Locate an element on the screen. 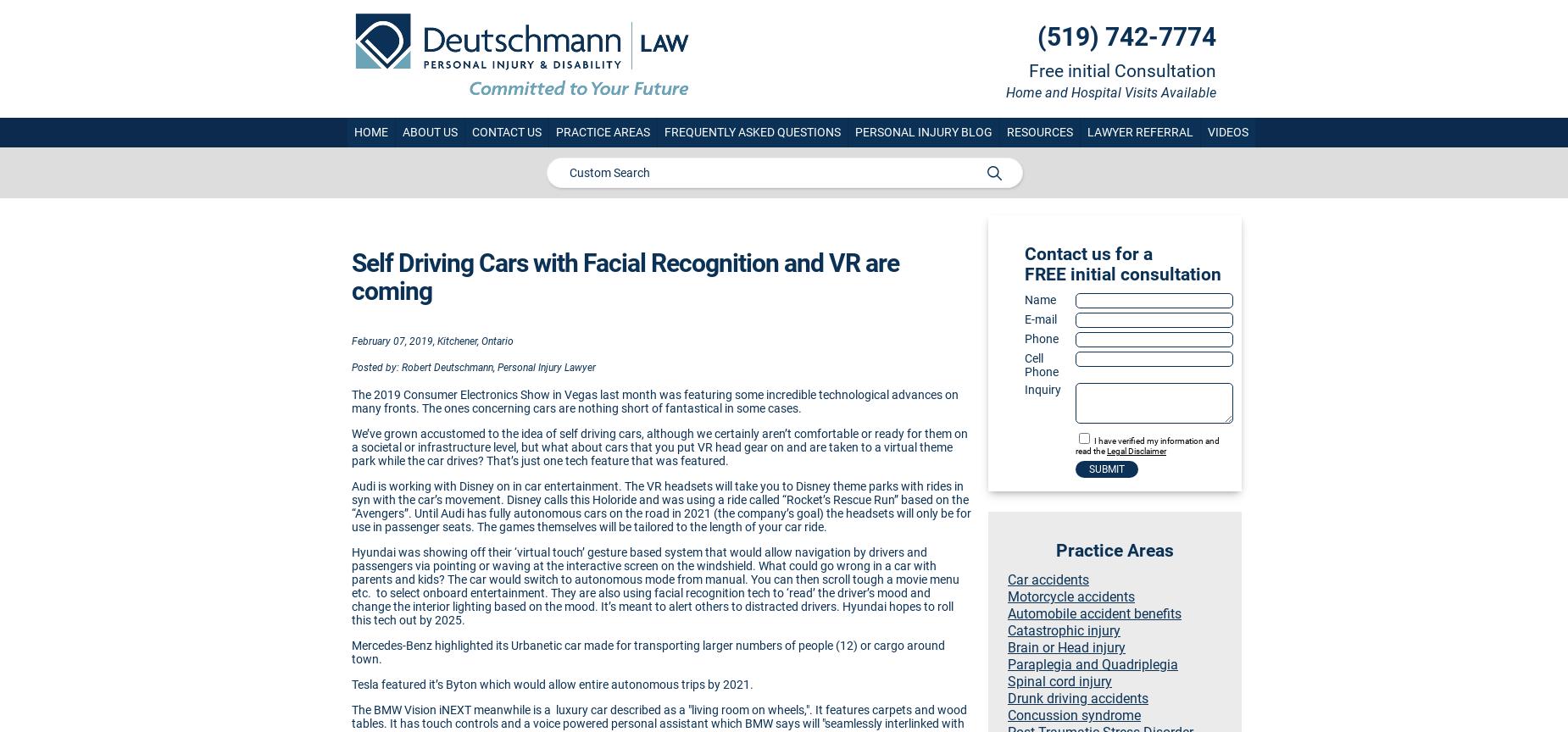 This screenshot has width=1568, height=732. 'Paraplegia and Quadriplegia' is located at coordinates (1092, 663).